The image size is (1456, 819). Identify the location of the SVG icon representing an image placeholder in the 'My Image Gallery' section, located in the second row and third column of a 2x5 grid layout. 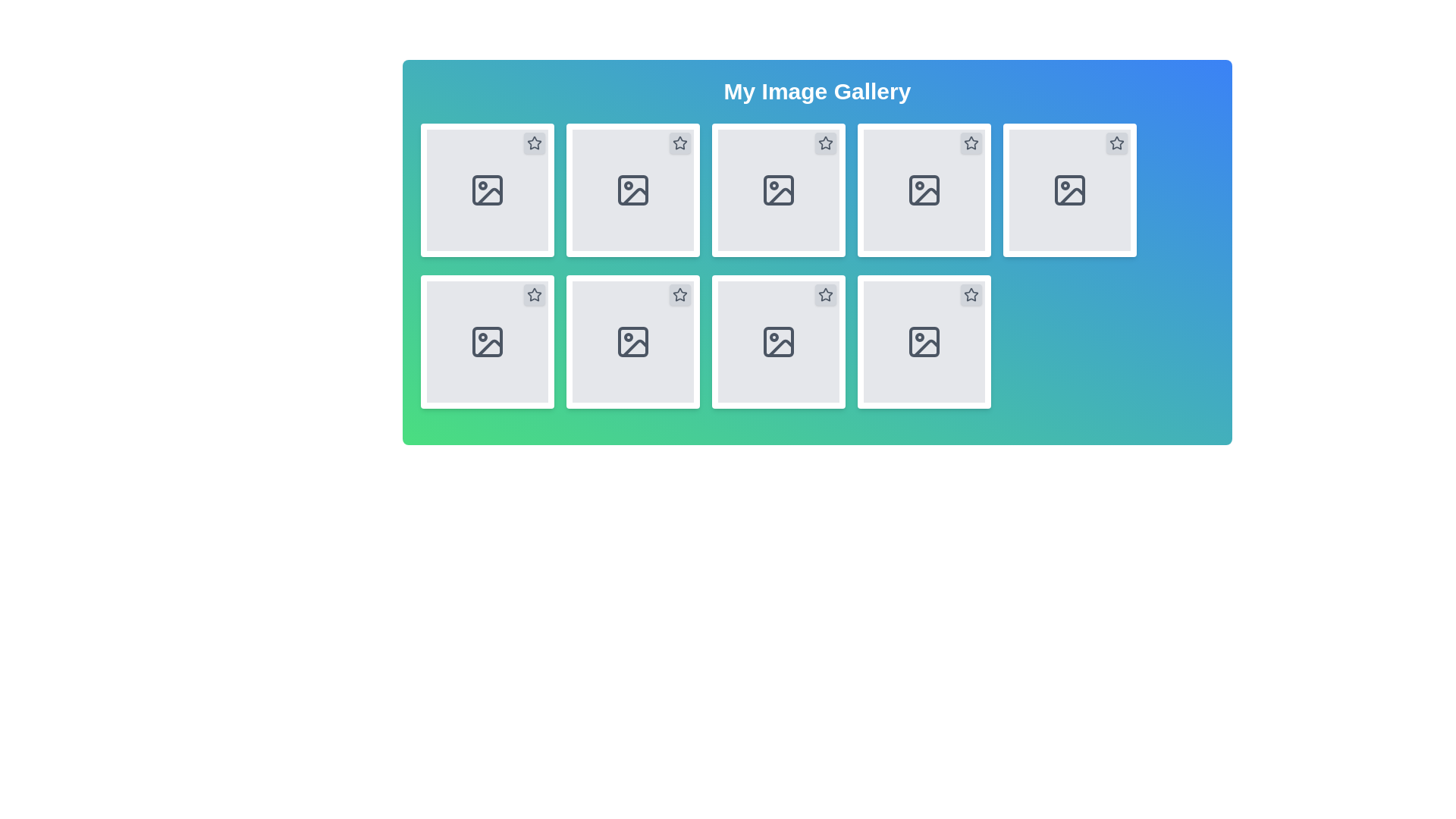
(779, 189).